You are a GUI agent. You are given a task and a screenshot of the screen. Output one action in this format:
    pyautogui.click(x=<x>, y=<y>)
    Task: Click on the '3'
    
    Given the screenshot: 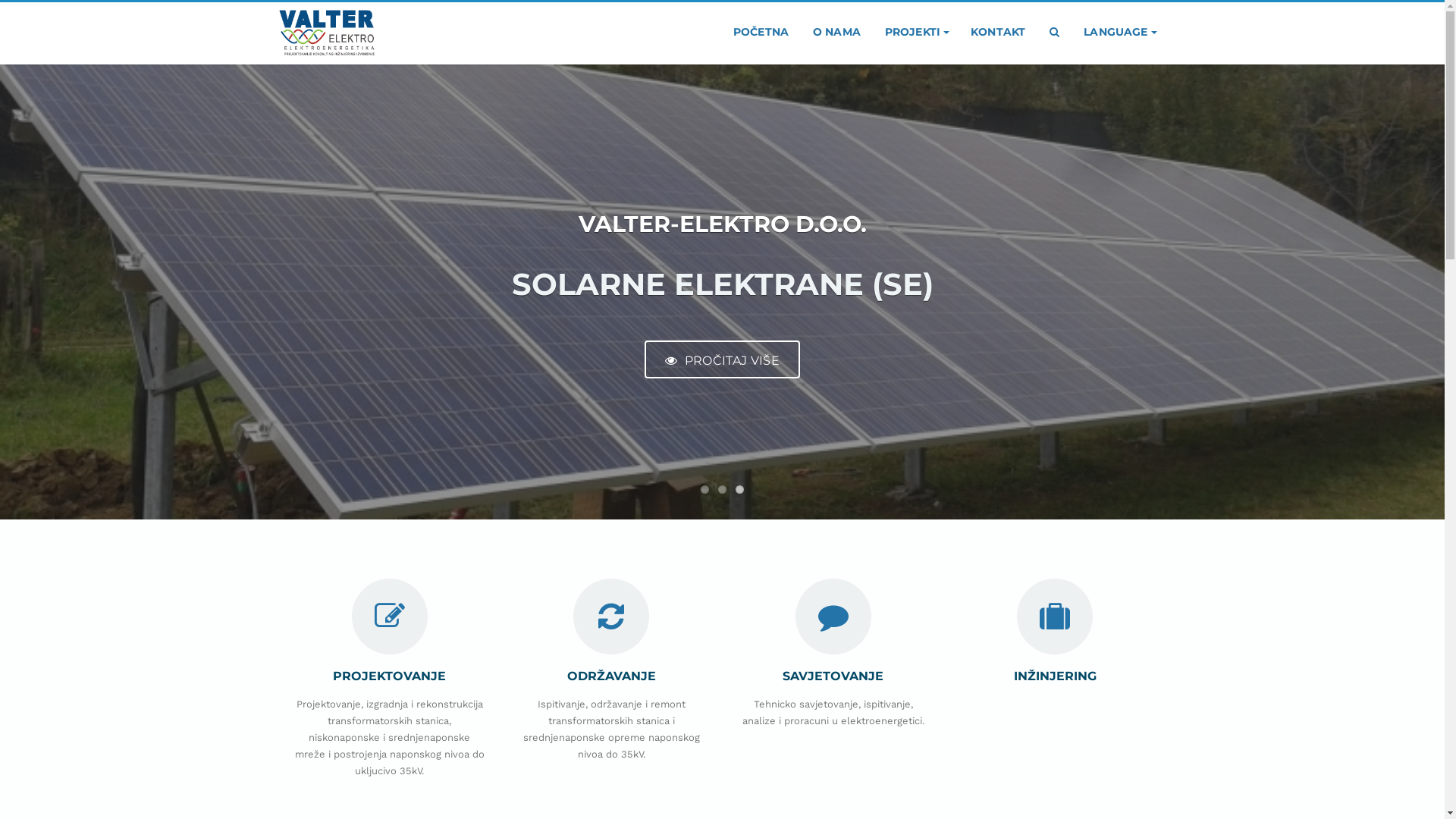 What is the action you would take?
    pyautogui.click(x=735, y=489)
    